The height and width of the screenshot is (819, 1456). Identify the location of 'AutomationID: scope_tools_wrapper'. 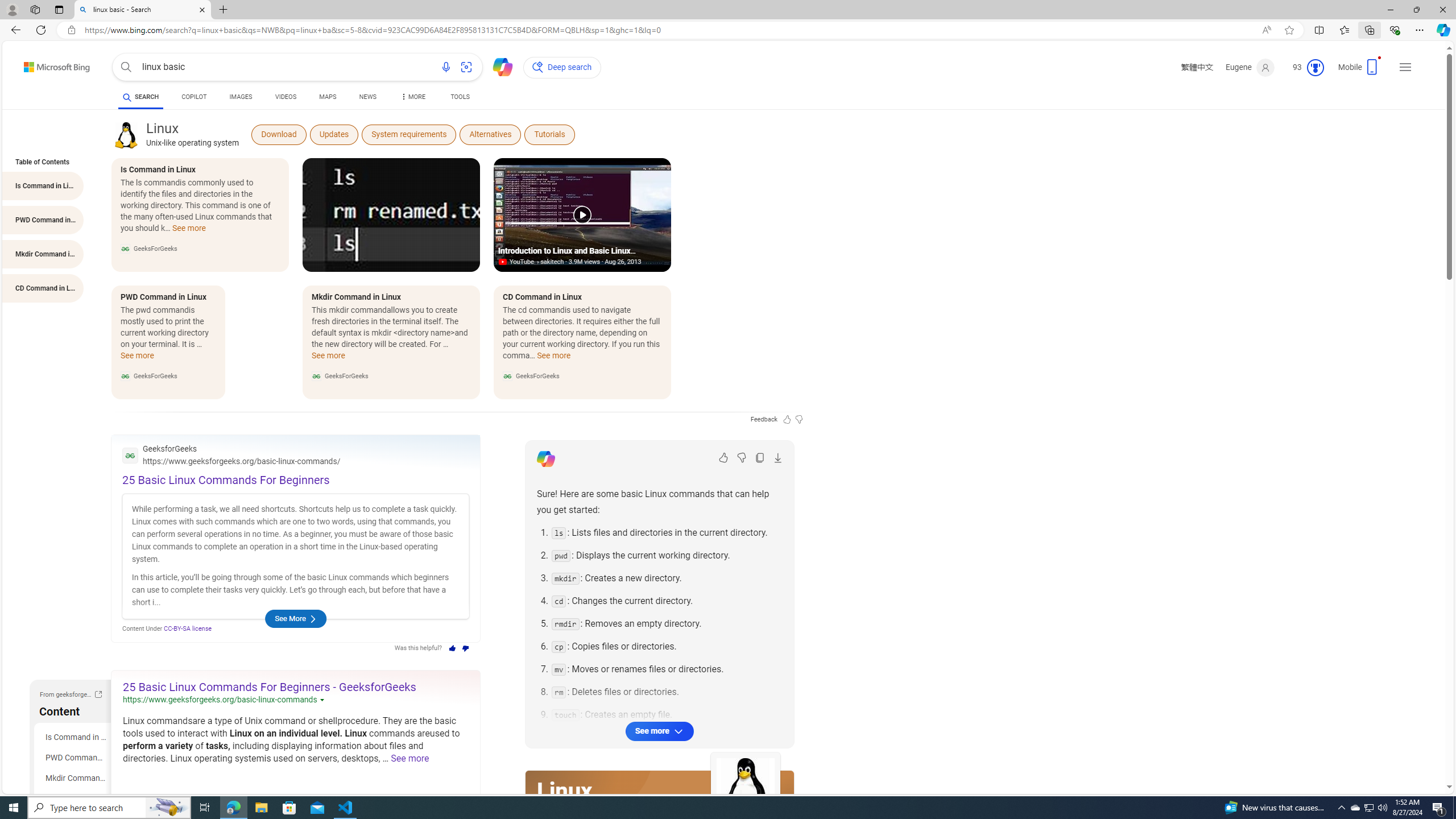
(461, 98).